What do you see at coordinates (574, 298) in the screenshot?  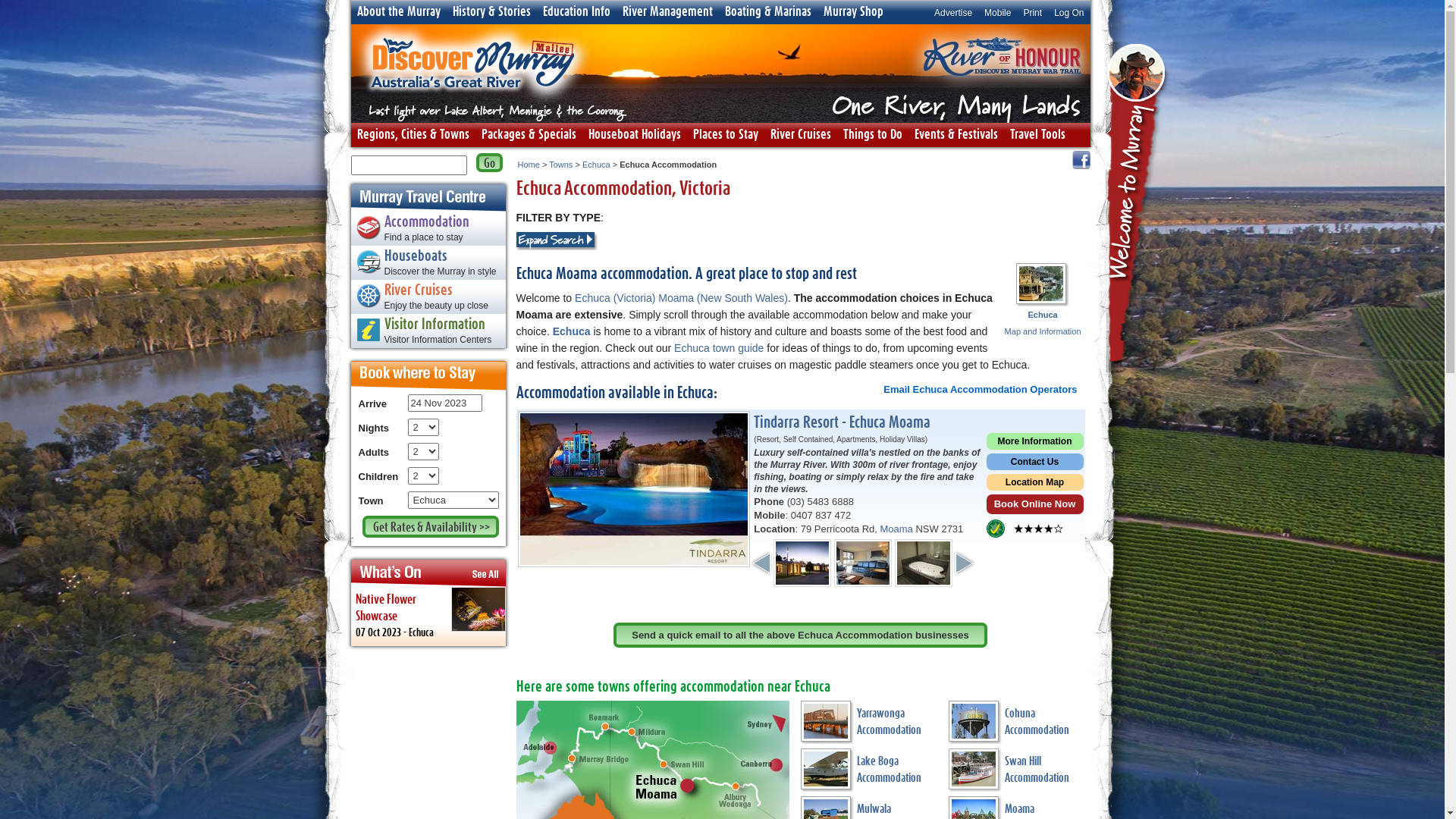 I see `'Echuca (Victoria) Moama (New South Wales)'` at bounding box center [574, 298].